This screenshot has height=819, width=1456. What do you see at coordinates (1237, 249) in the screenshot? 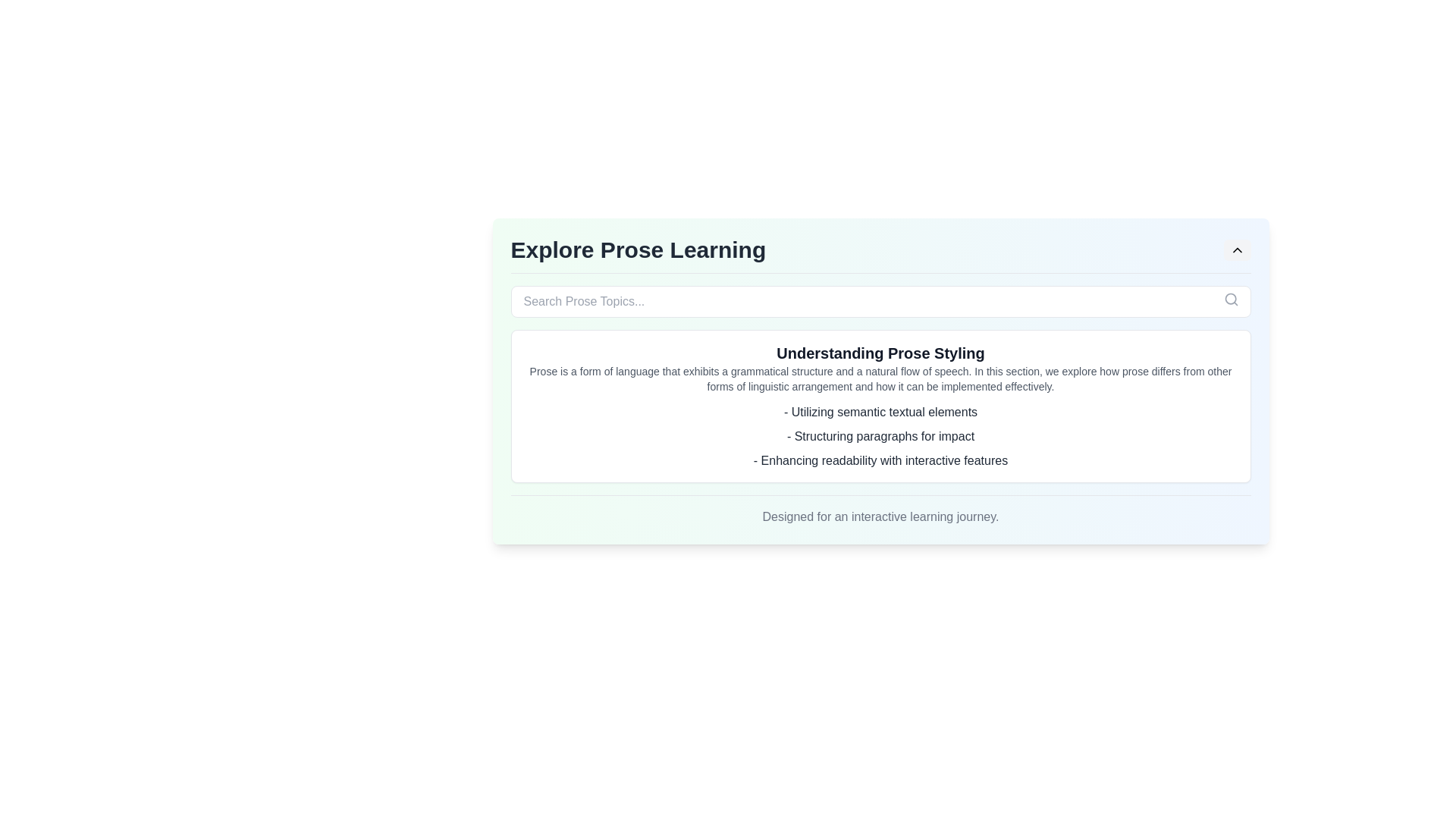
I see `the upward-pointing chevron button in the top-right corner of the 'Explore Prose Learning' panel` at bounding box center [1237, 249].